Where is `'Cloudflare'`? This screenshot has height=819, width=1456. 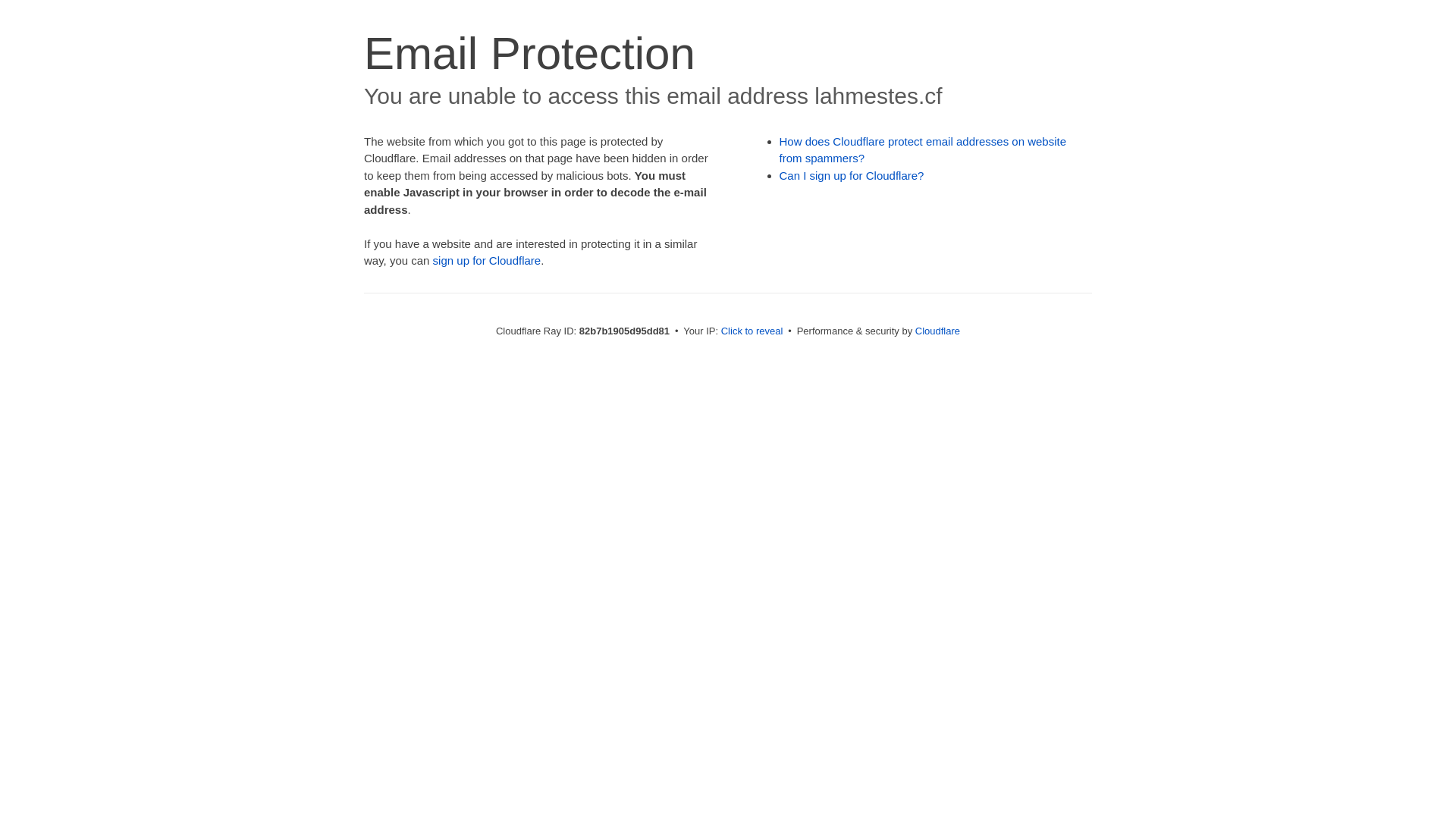 'Cloudflare' is located at coordinates (937, 330).